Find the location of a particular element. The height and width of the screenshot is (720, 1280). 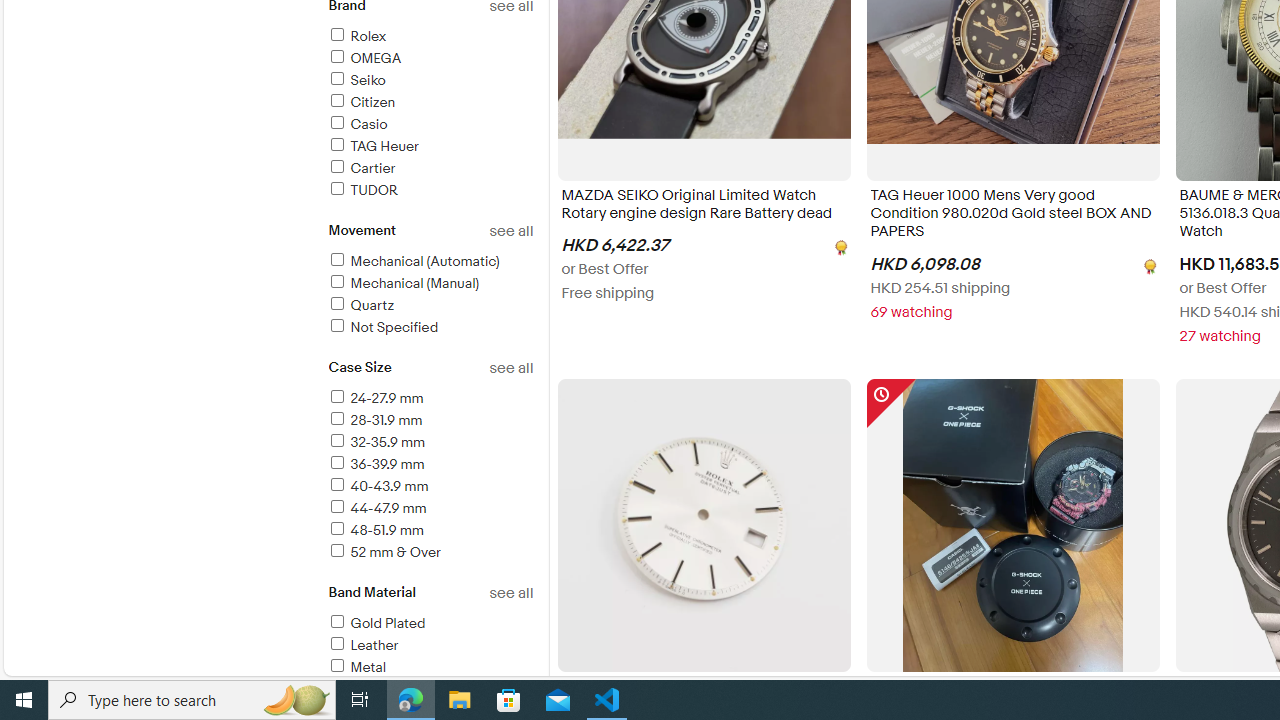

'Metal' is located at coordinates (356, 667).